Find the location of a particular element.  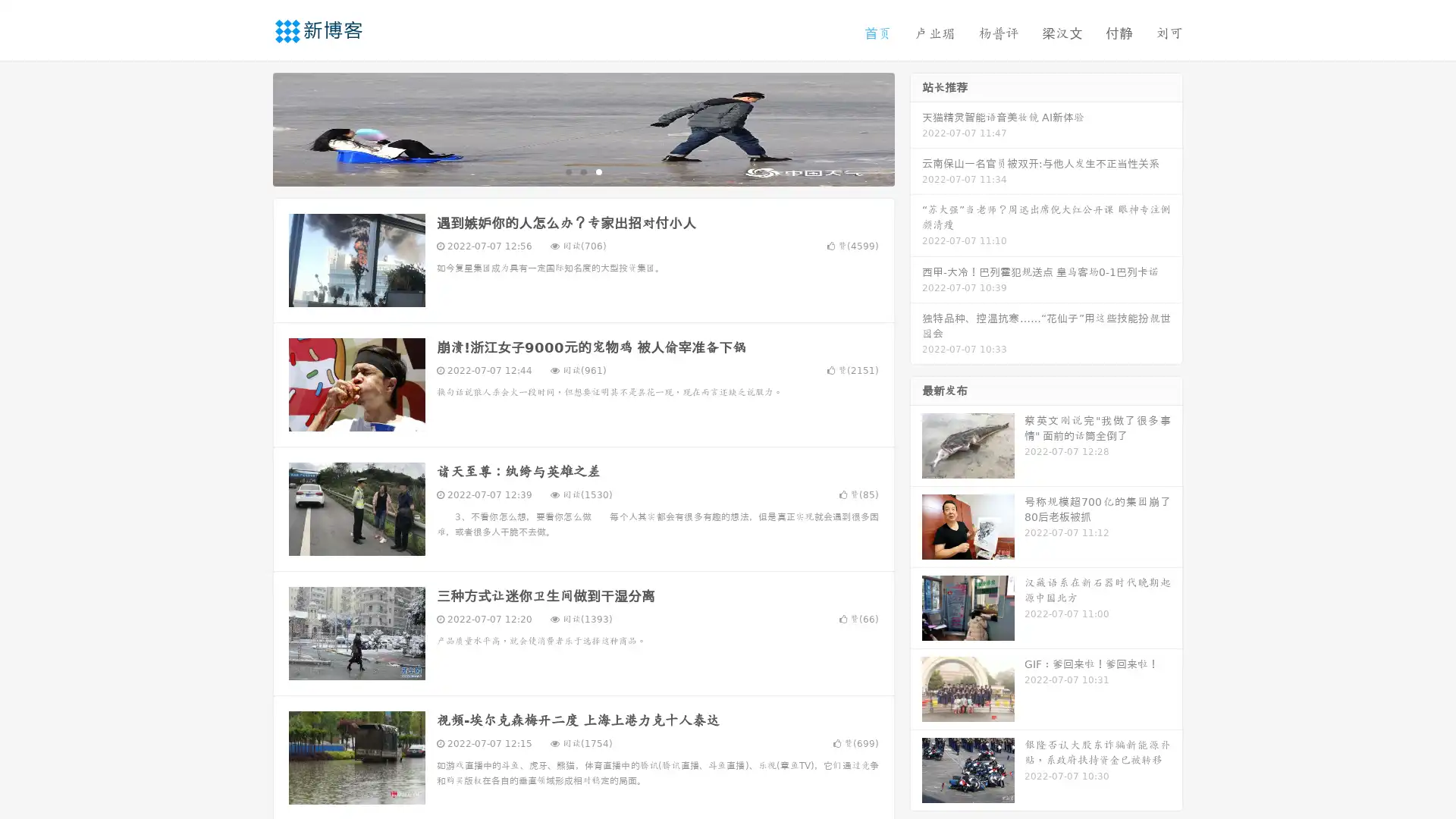

Go to slide 1 is located at coordinates (567, 171).